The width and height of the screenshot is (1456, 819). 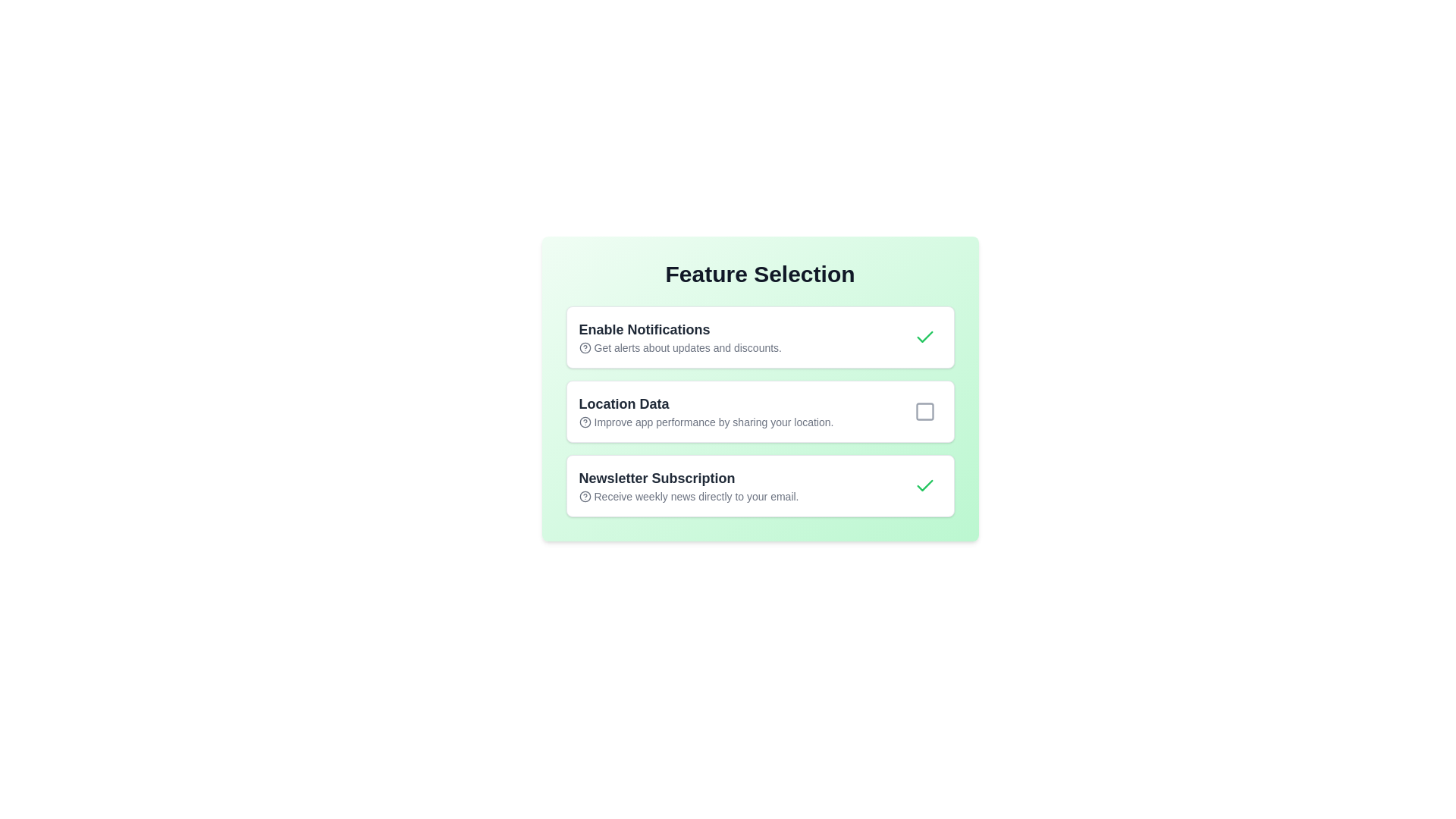 I want to click on the green checkmark button located on the right side of the 'Newsletter Subscription' row, so click(x=924, y=485).